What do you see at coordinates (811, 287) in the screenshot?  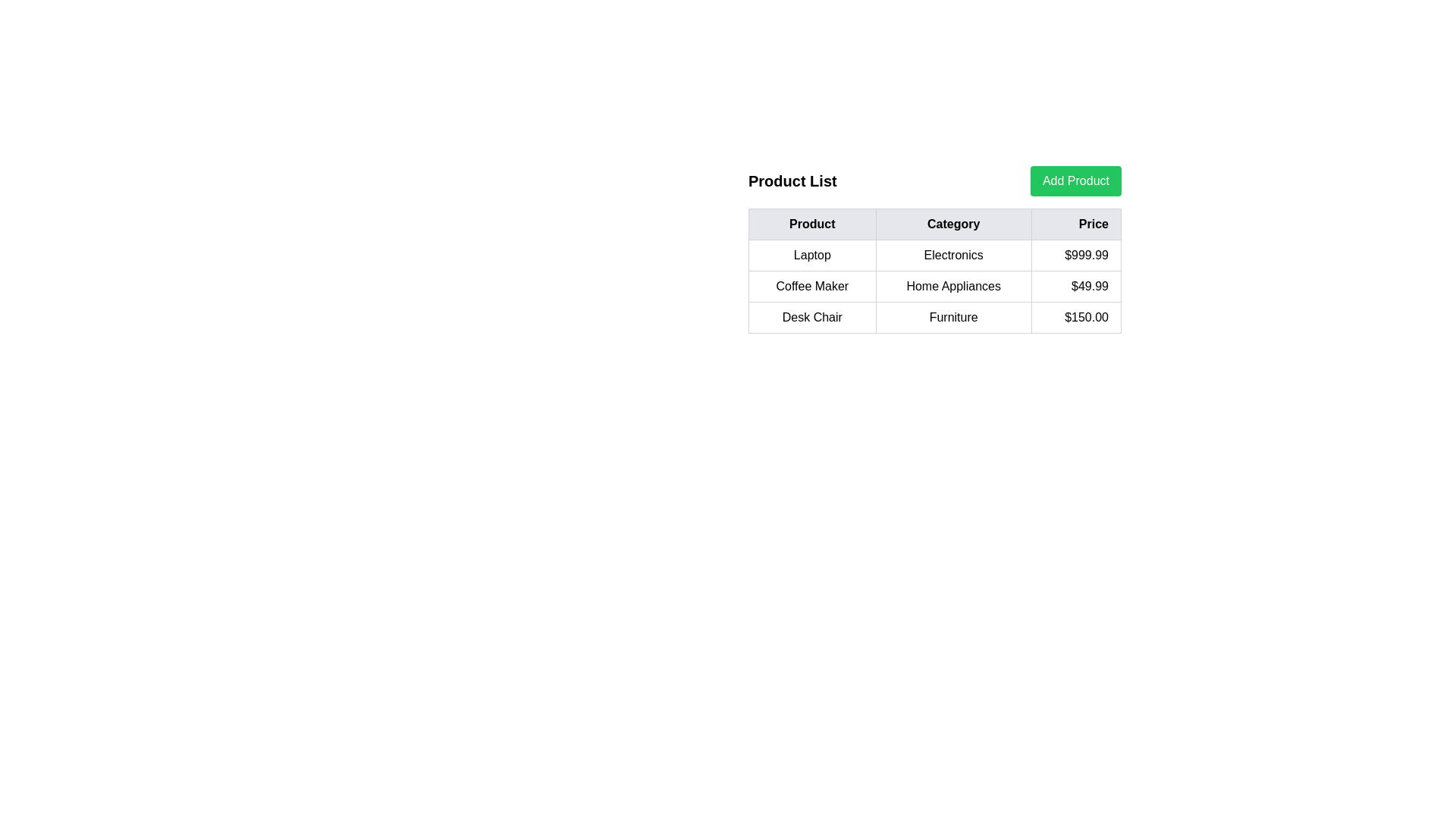 I see `text label identifying the product named 'Coffee Maker' located in the second row of the 'Product' column in the table` at bounding box center [811, 287].